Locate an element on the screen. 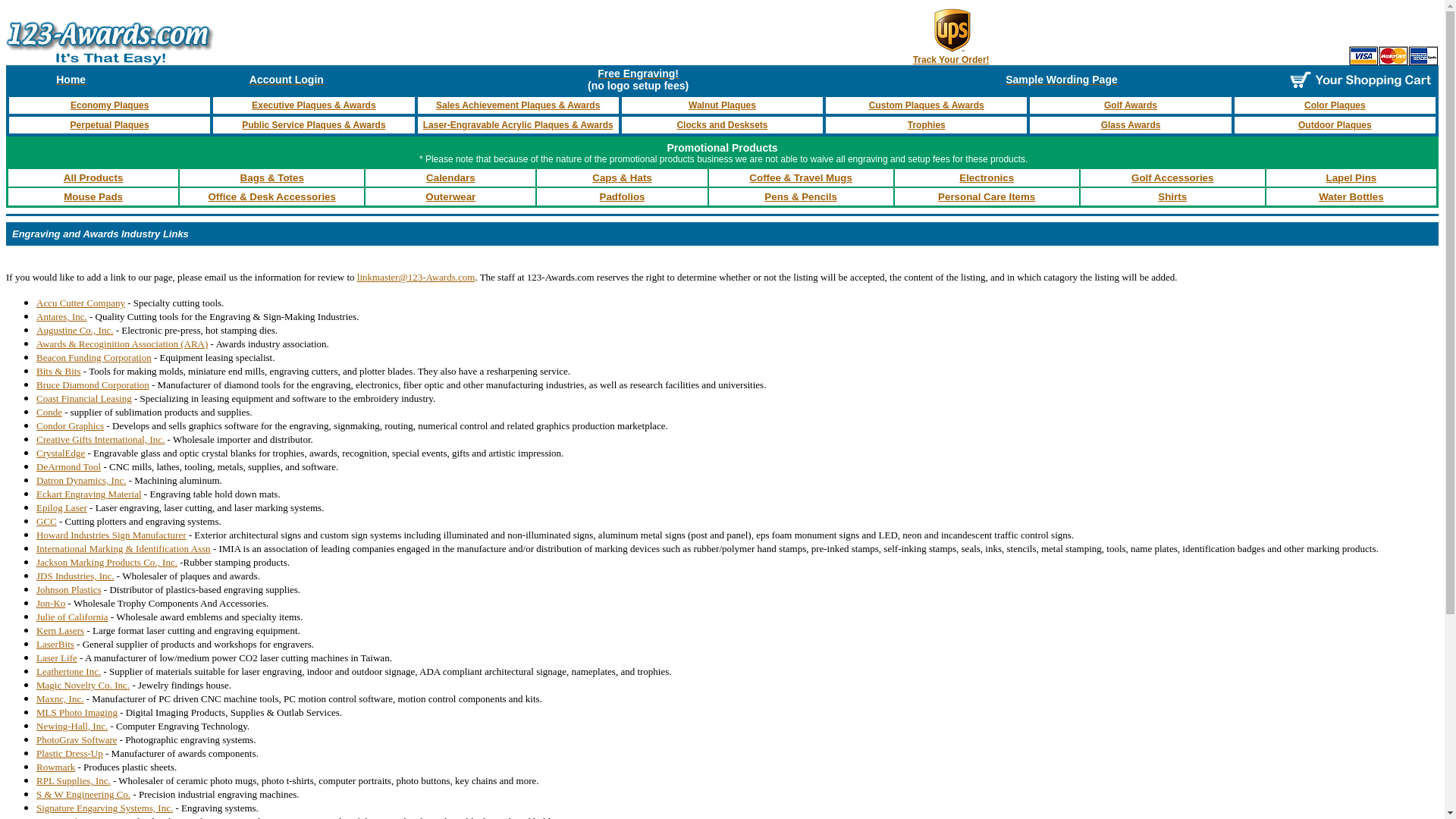  'Creative Gifts International, Inc.' is located at coordinates (36, 439).